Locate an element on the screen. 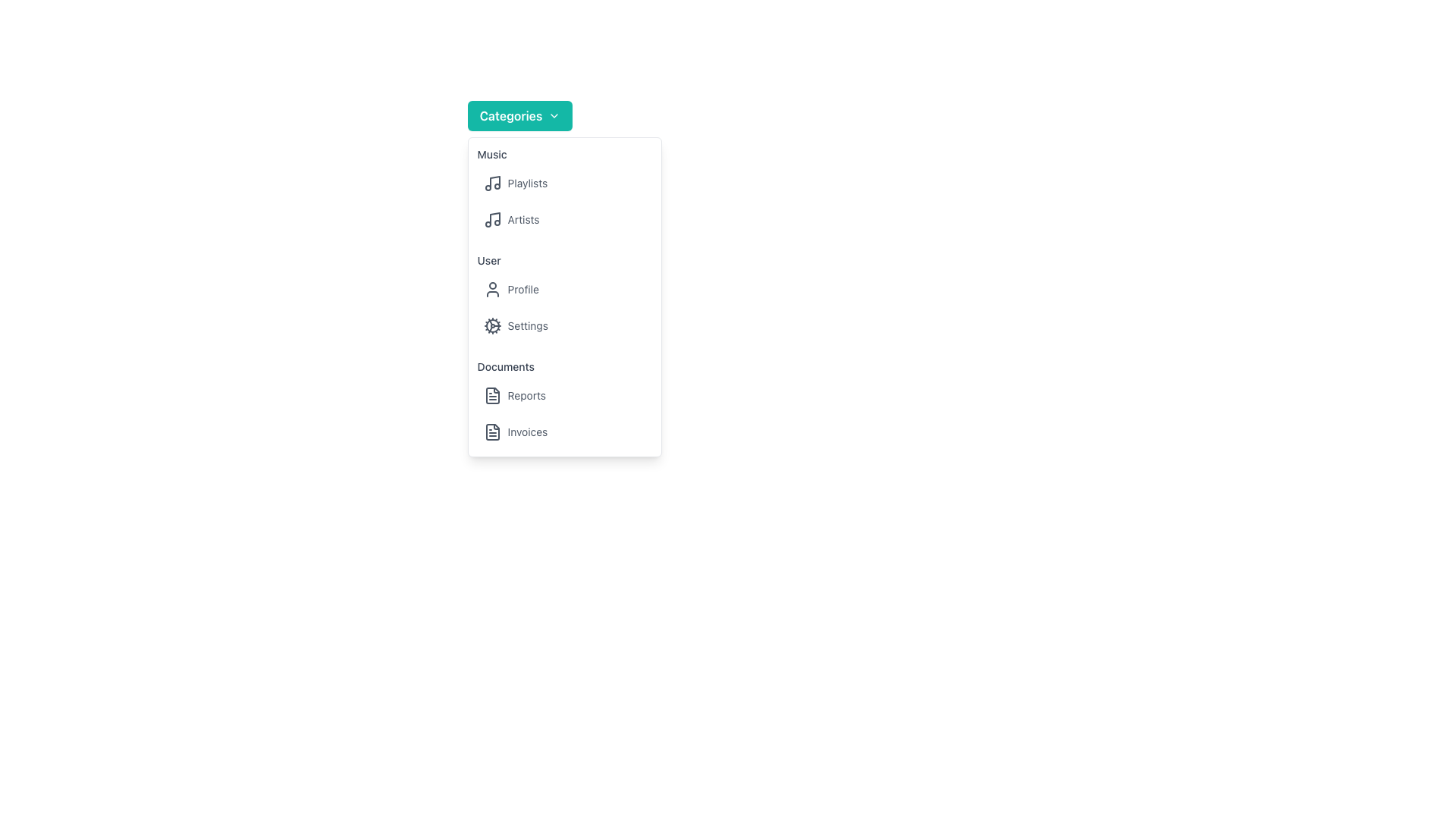 The image size is (1456, 819). the 'Playlists' icon located at the top of the 'Music' section, which is the first icon aligned to the left of the 'Playlists' label is located at coordinates (492, 183).